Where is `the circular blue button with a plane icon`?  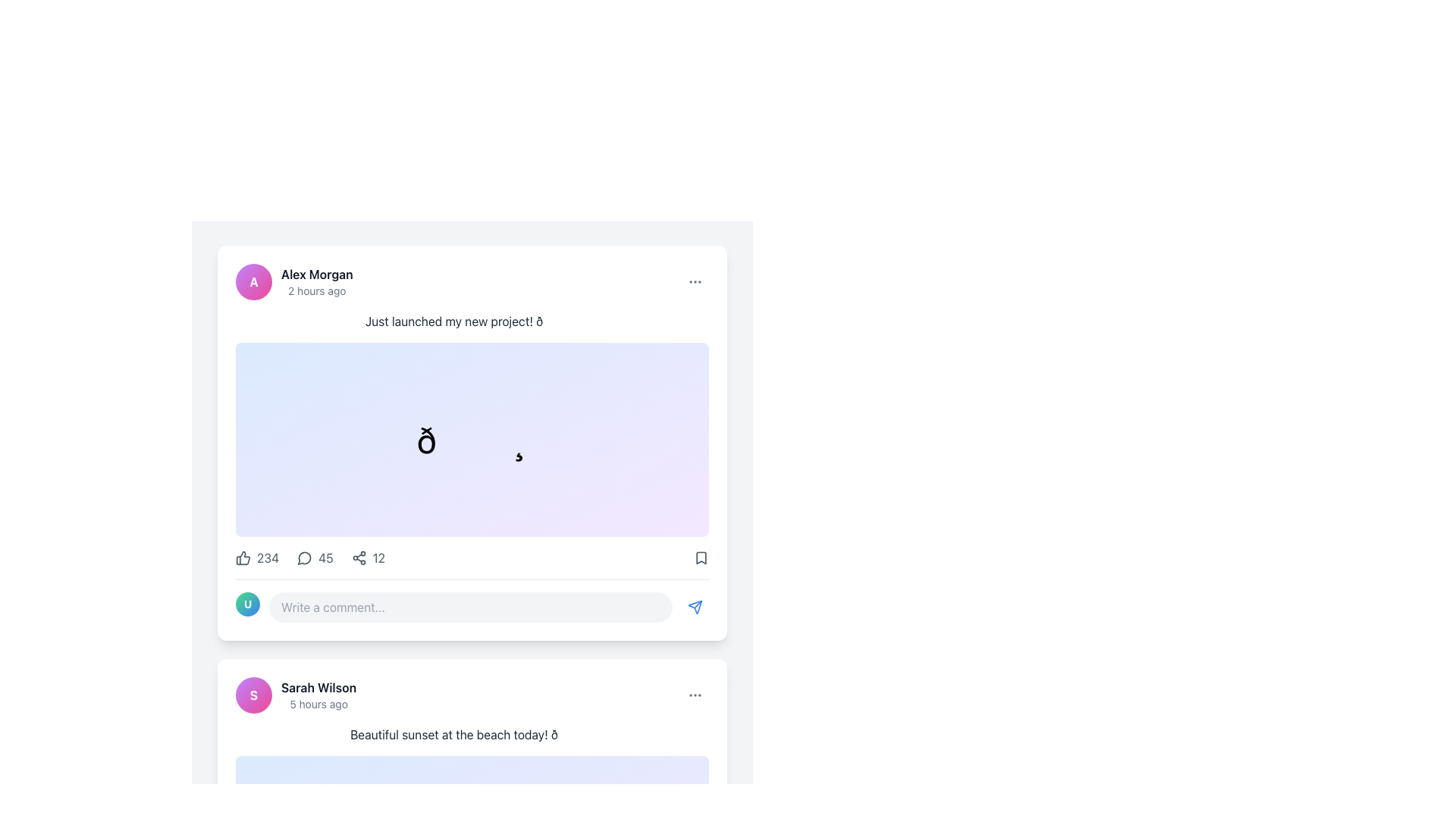 the circular blue button with a plane icon is located at coordinates (694, 607).